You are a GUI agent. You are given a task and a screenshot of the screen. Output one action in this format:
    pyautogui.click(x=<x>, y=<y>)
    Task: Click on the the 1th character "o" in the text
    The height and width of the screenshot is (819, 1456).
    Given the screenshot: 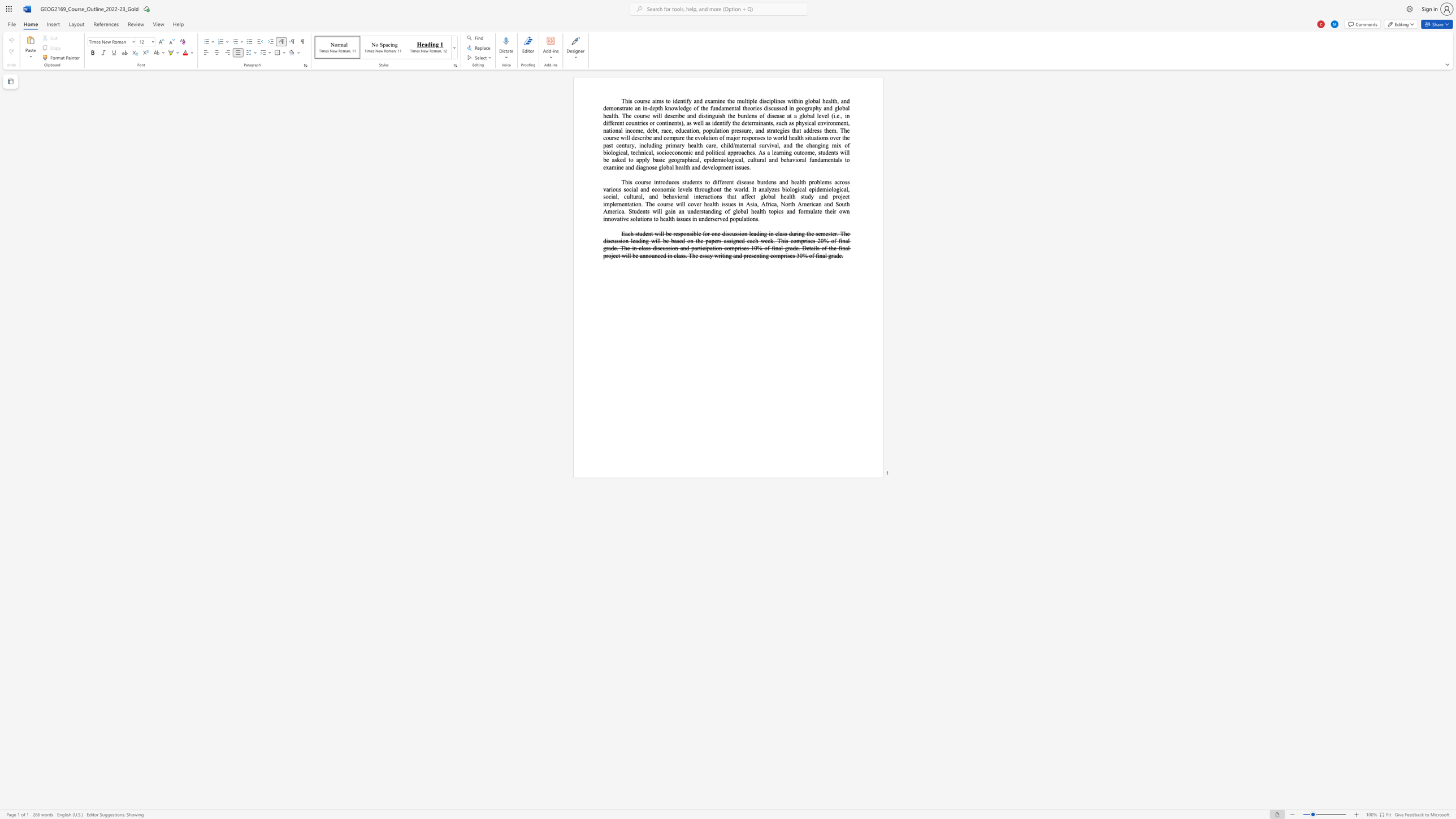 What is the action you would take?
    pyautogui.click(x=660, y=123)
    